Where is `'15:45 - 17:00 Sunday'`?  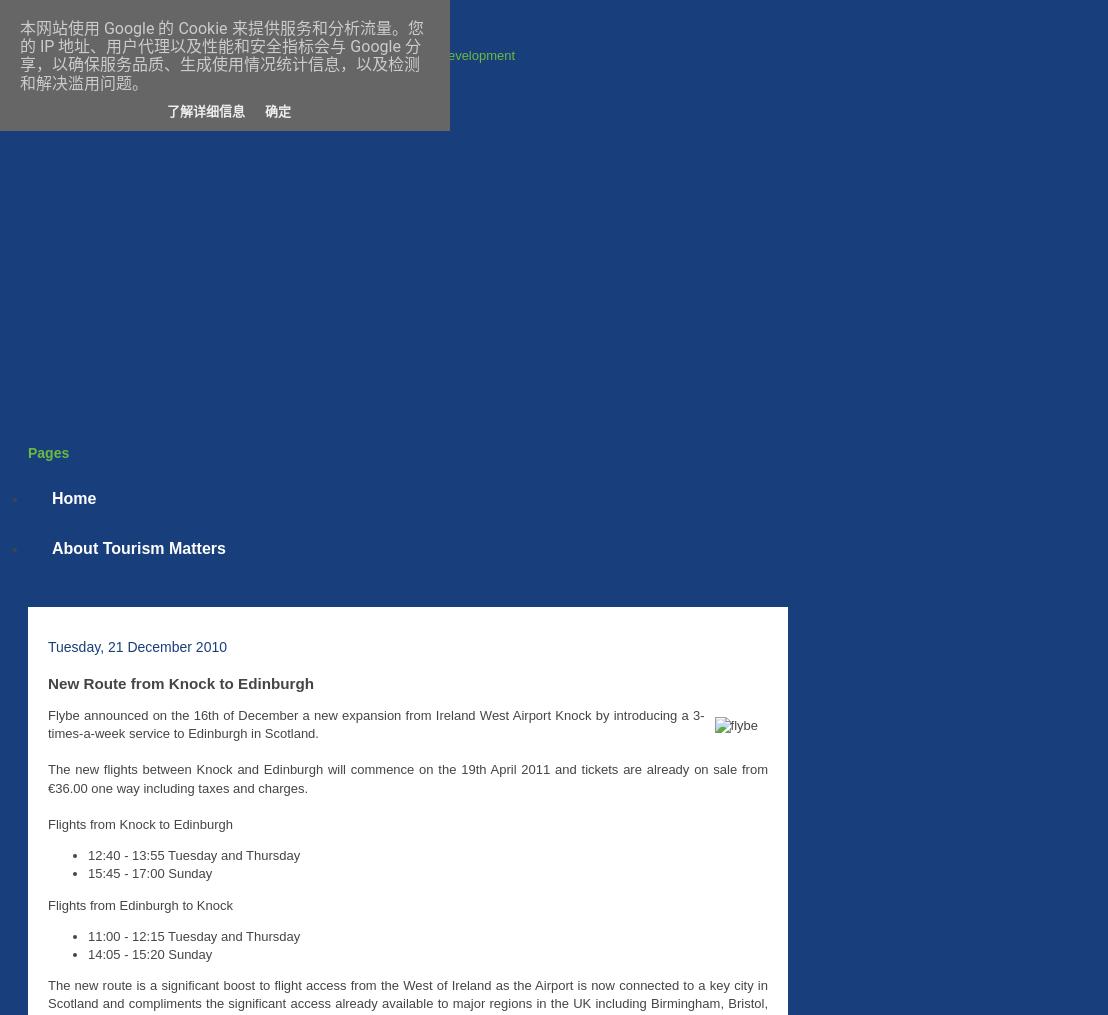 '15:45 - 17:00 Sunday' is located at coordinates (149, 872).